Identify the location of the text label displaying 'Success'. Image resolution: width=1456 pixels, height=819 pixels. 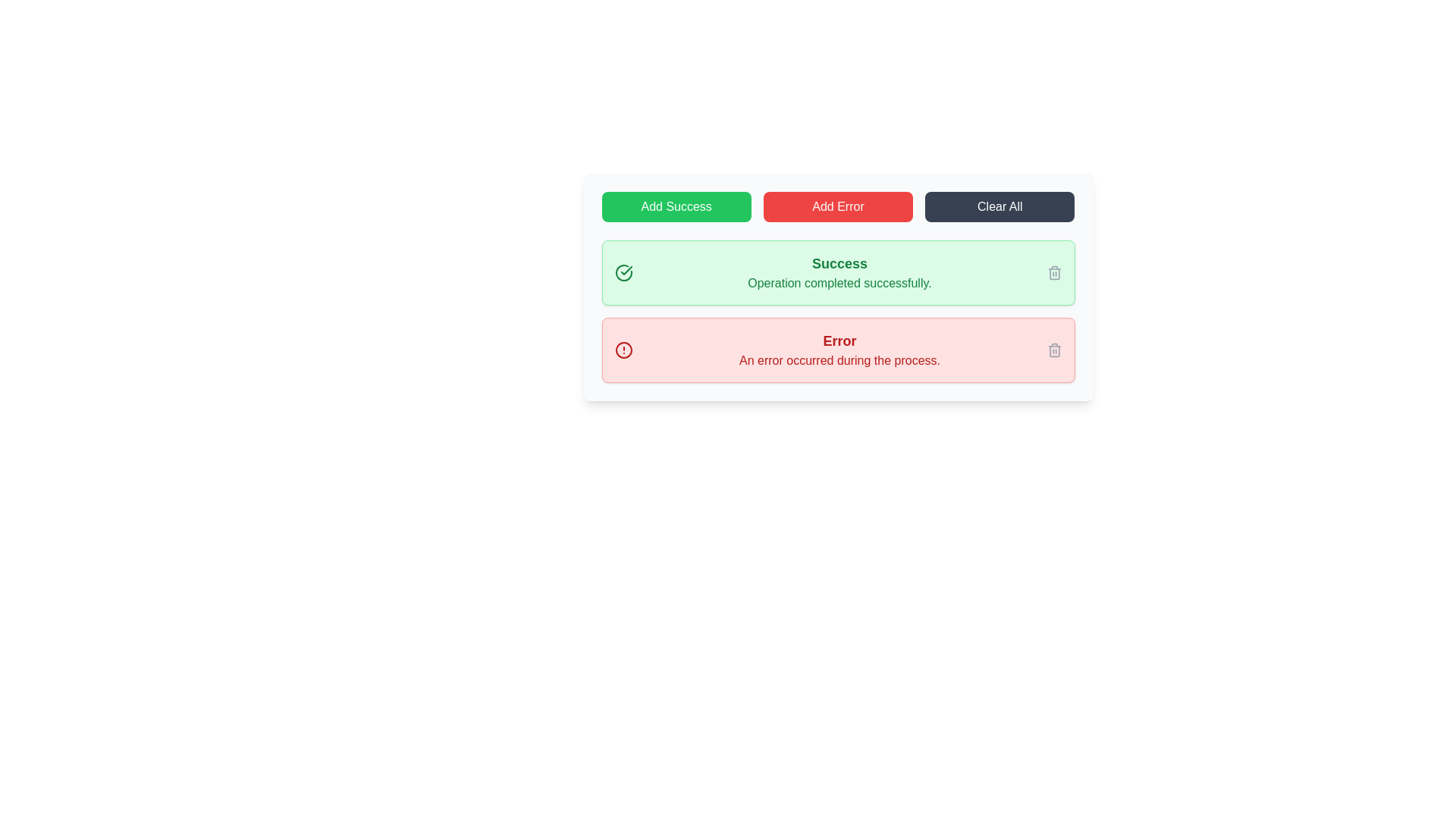
(839, 262).